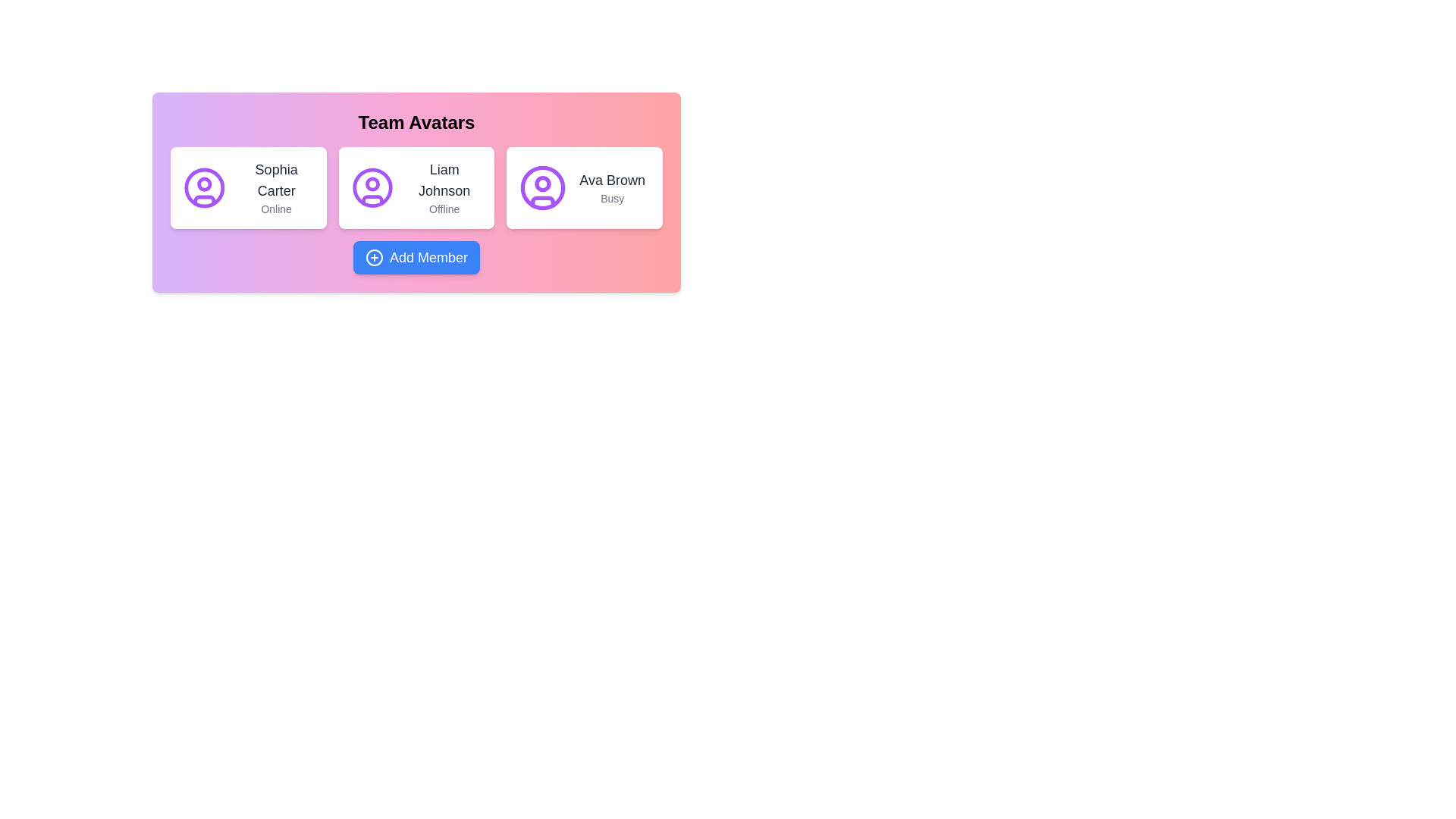 This screenshot has height=819, width=1456. Describe the element at coordinates (203, 184) in the screenshot. I see `the graphical detail within the first profile icon, which is part of a row of three profile icons located near the top of the interface` at that location.